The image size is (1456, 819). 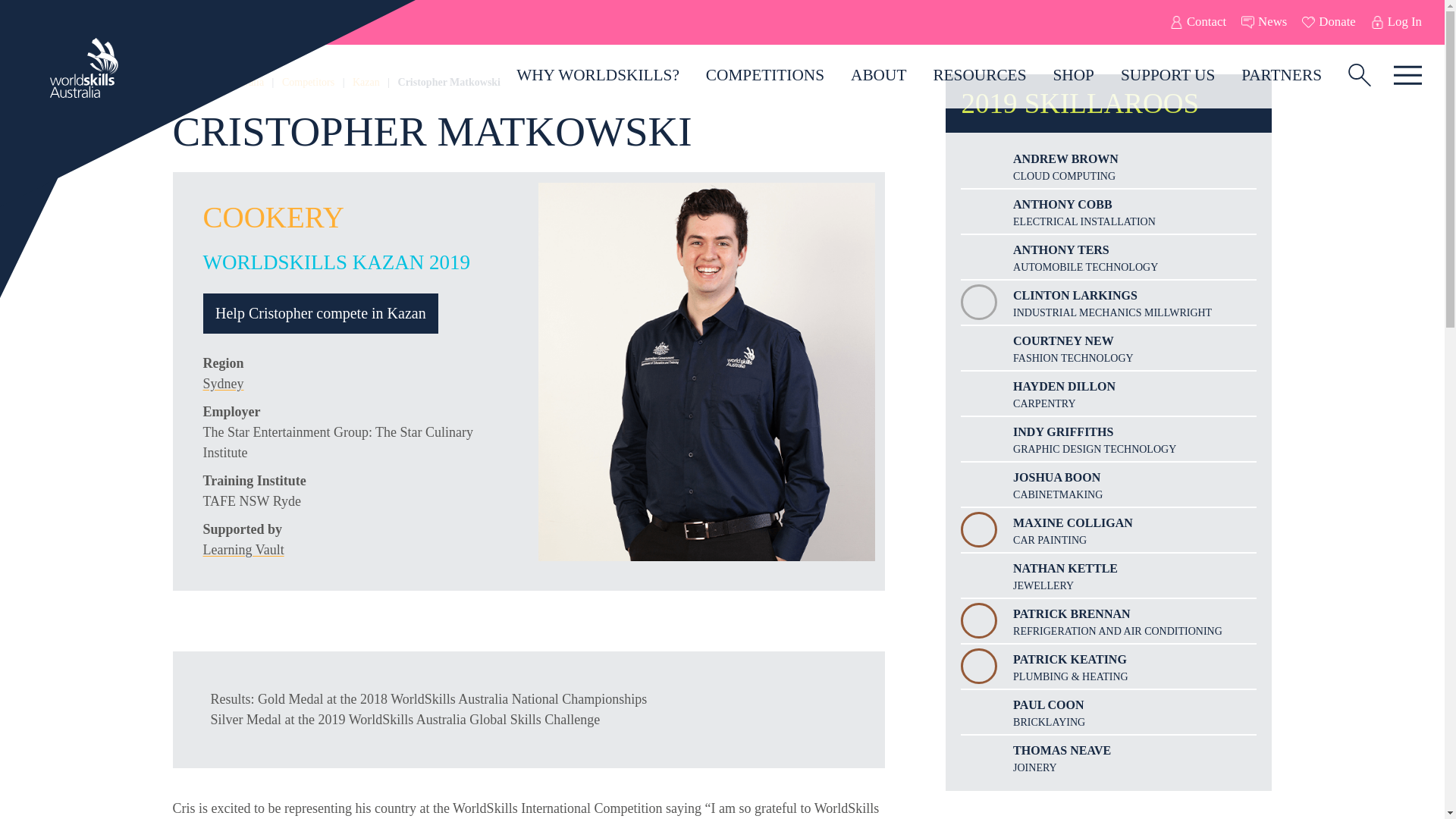 I want to click on 'Kazan', so click(x=366, y=82).